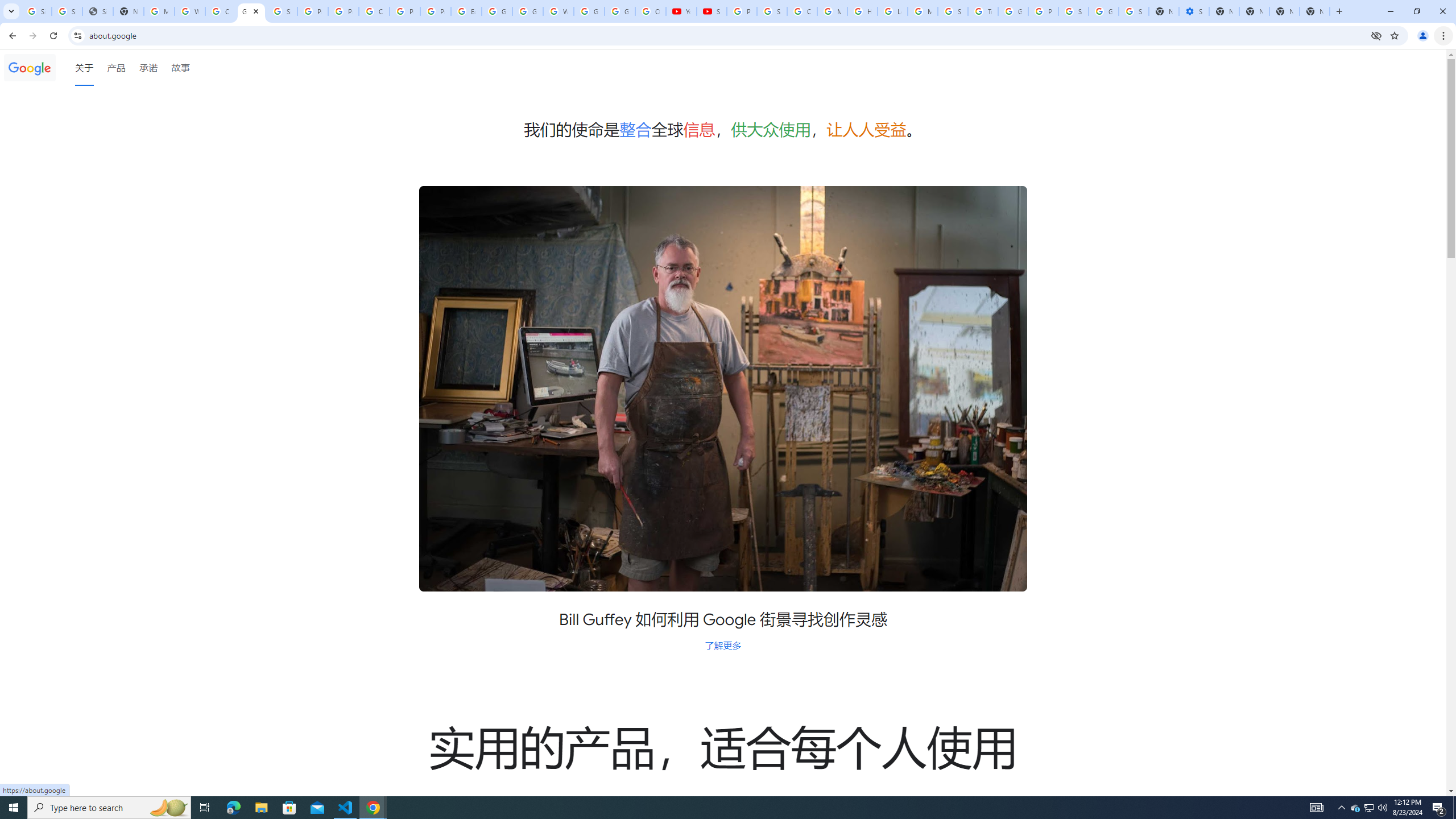 The width and height of the screenshot is (1456, 819). I want to click on 'Google Ads - Sign in', so click(1013, 11).